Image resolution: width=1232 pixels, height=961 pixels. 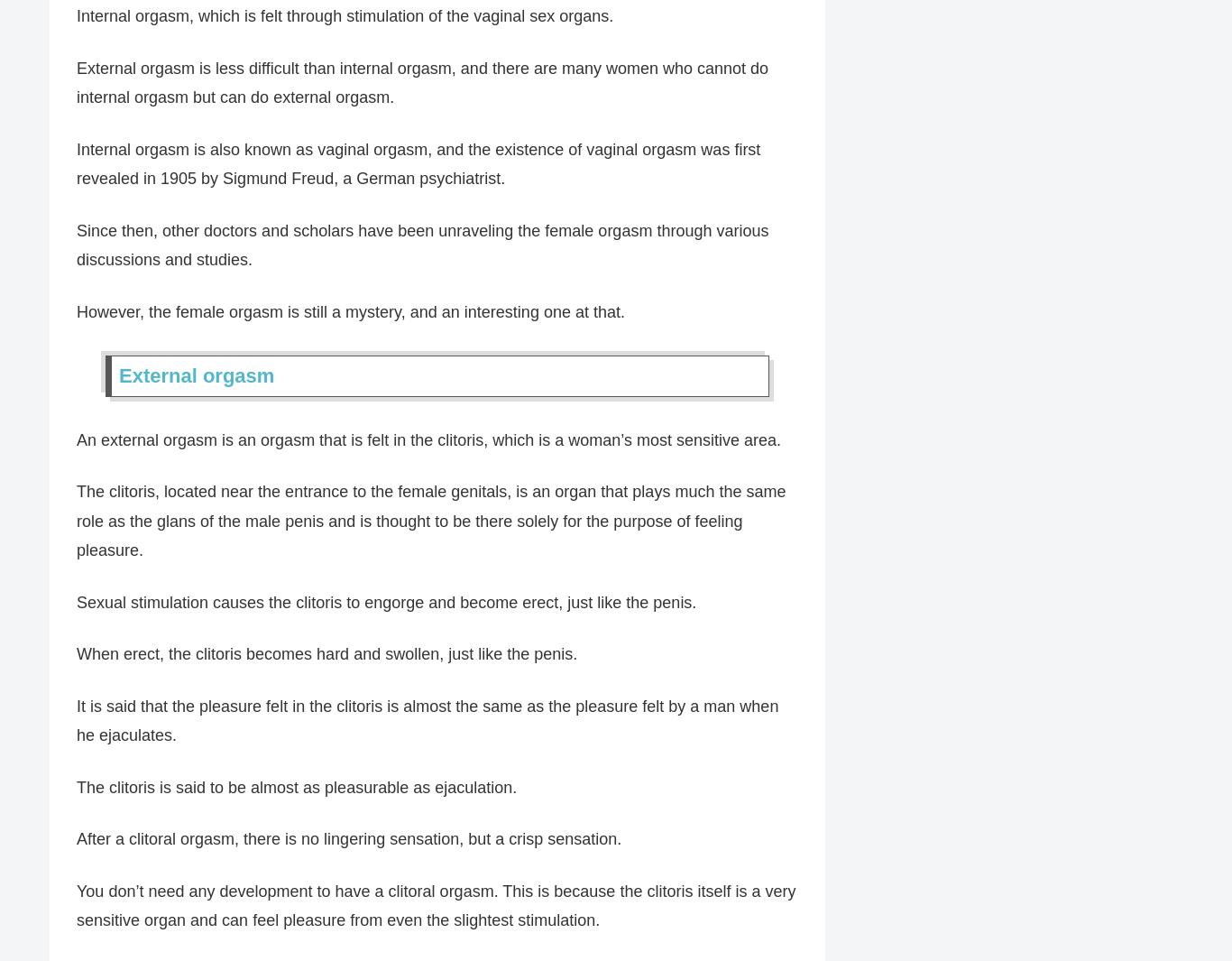 I want to click on 'External orgasm is less difficult than internal orgasm, and there are many women who cannot do internal orgasm but can do external orgasm.', so click(x=422, y=81).